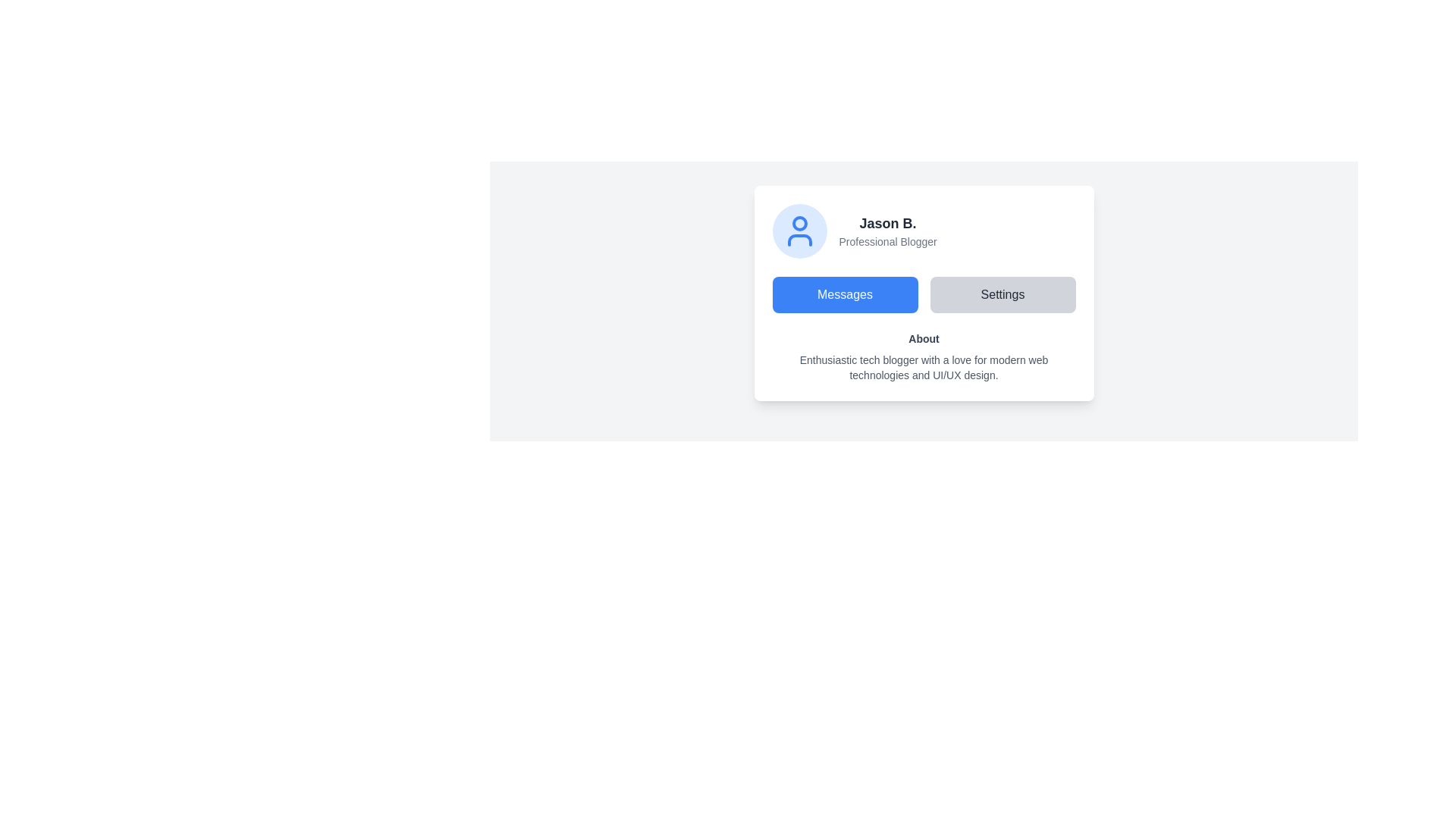 The image size is (1456, 819). I want to click on the blue rectangular button labeled 'Messages' with white text, so click(844, 295).